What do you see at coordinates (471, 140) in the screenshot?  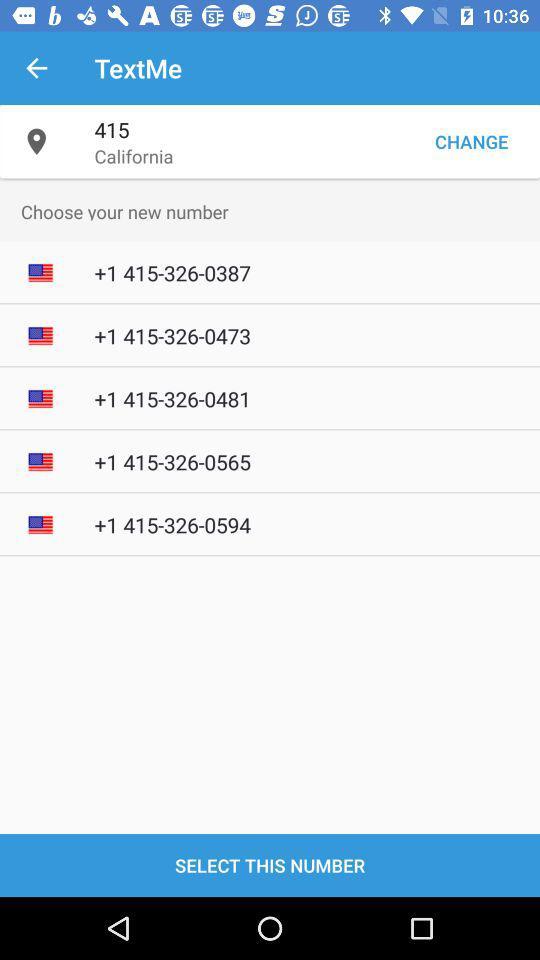 I see `the change icon` at bounding box center [471, 140].